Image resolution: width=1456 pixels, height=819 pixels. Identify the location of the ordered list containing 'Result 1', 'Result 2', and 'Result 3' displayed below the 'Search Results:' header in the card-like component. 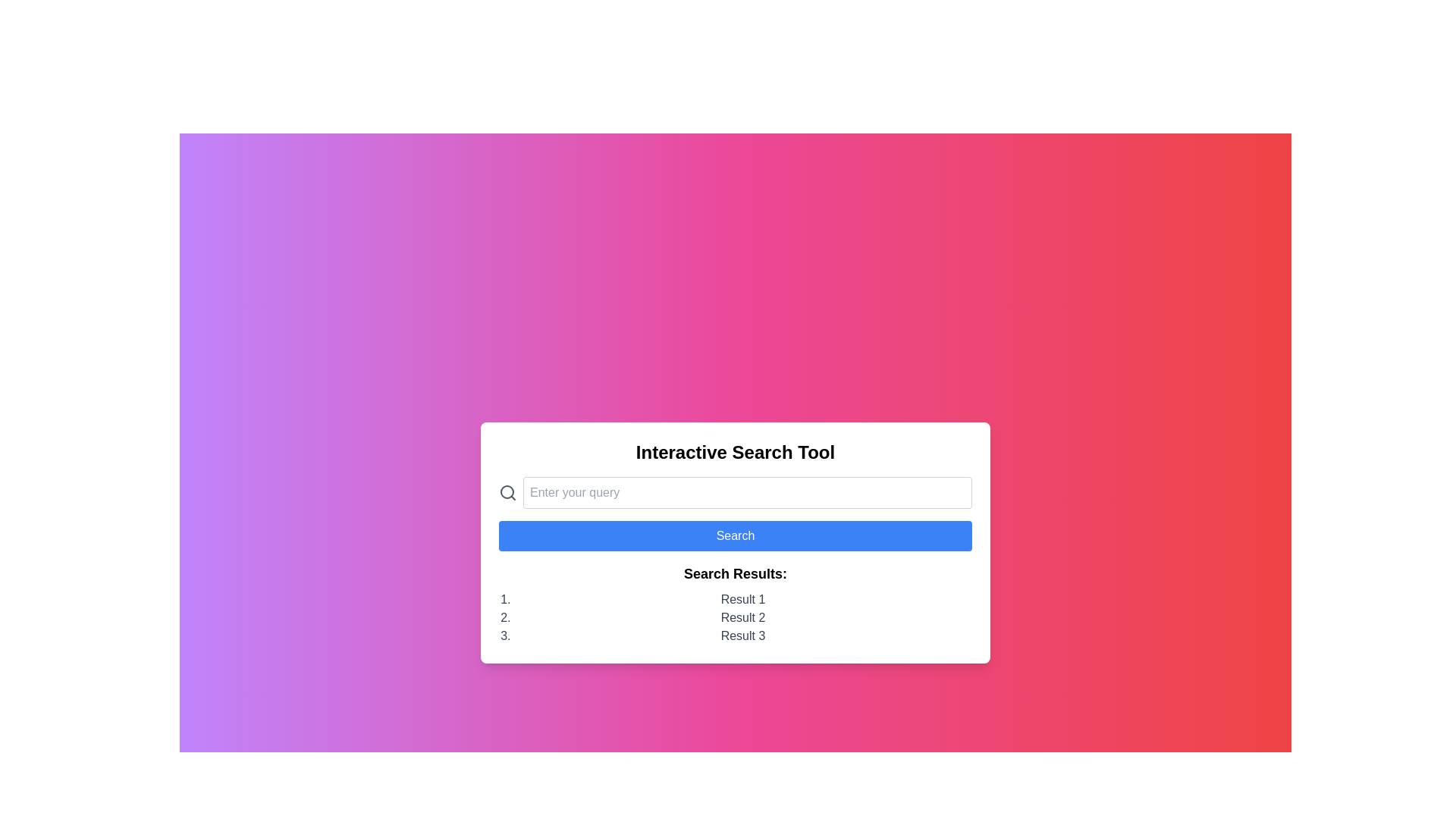
(735, 617).